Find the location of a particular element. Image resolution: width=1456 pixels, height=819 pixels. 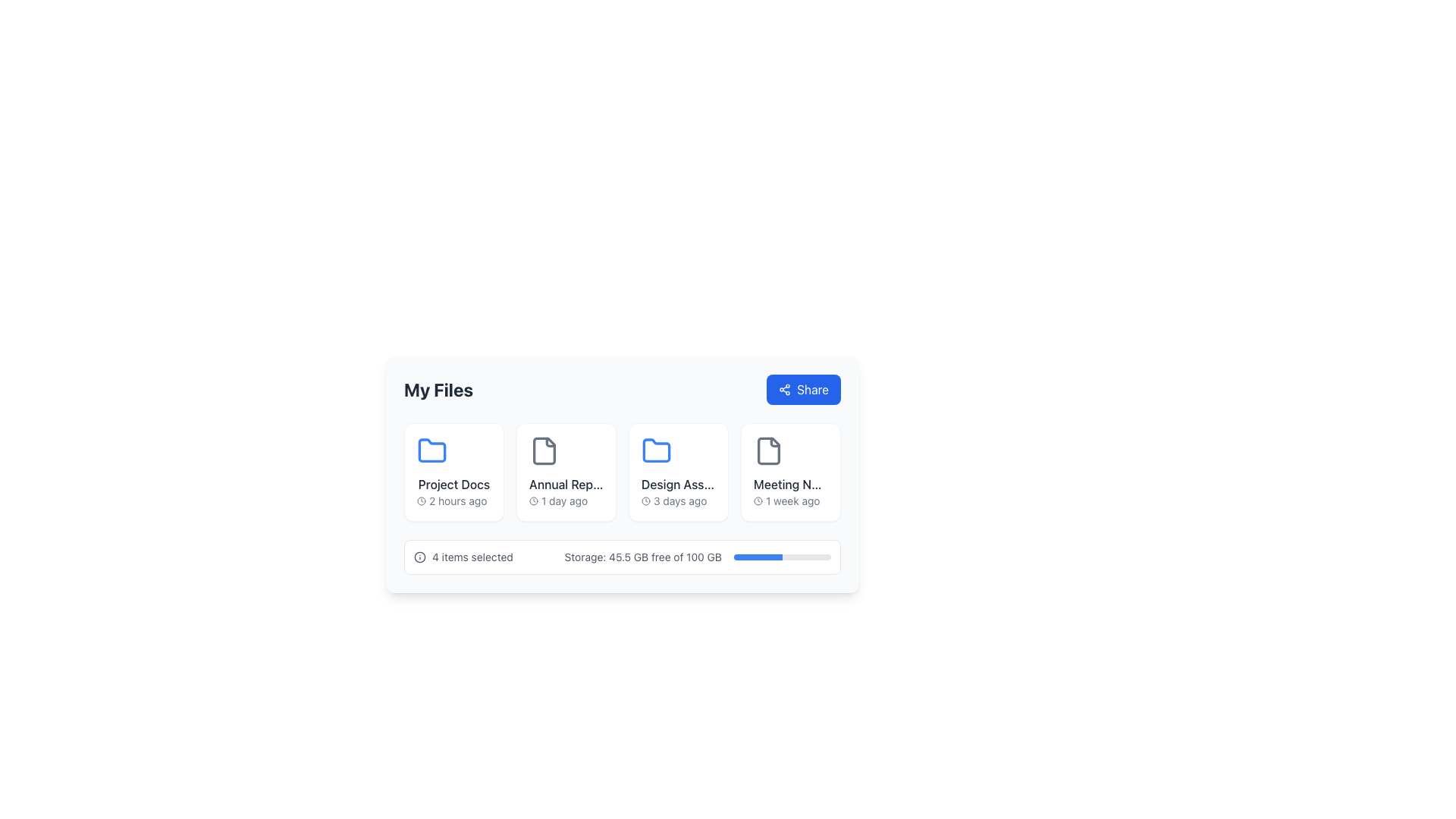

the folder icon representing the 'Design Assignment' file located is located at coordinates (656, 450).